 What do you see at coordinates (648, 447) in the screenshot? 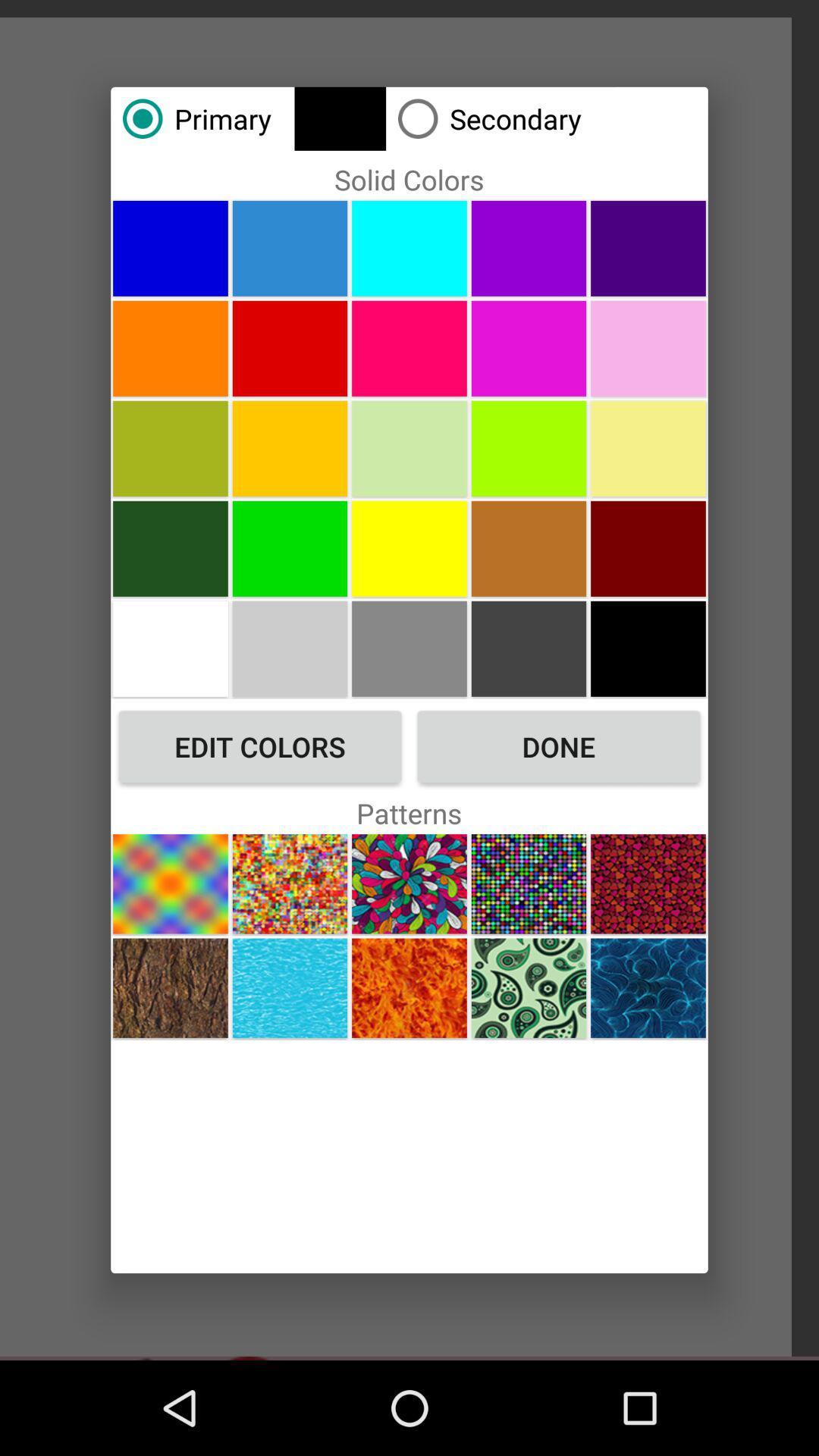
I see `primary color cream` at bounding box center [648, 447].